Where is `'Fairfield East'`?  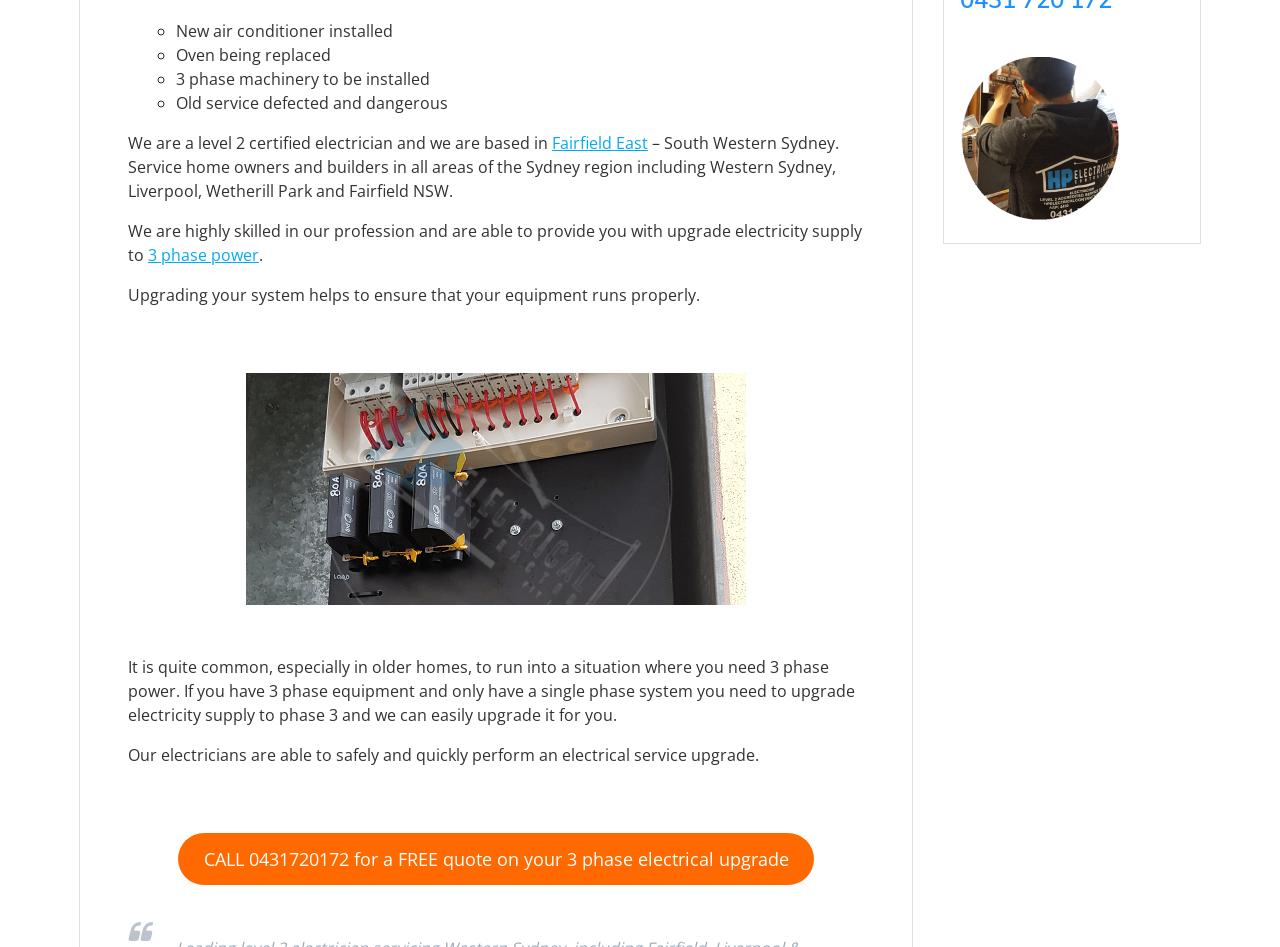 'Fairfield East' is located at coordinates (599, 140).